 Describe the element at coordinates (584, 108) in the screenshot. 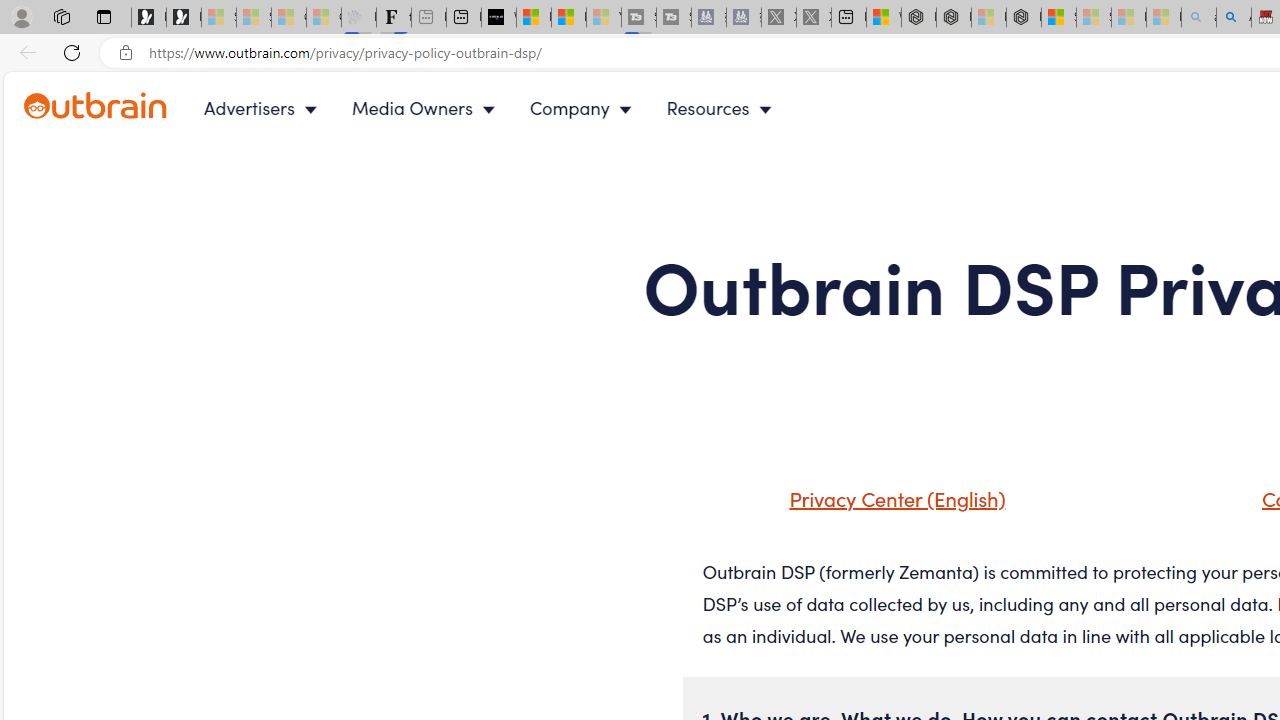

I see `'Company'` at that location.